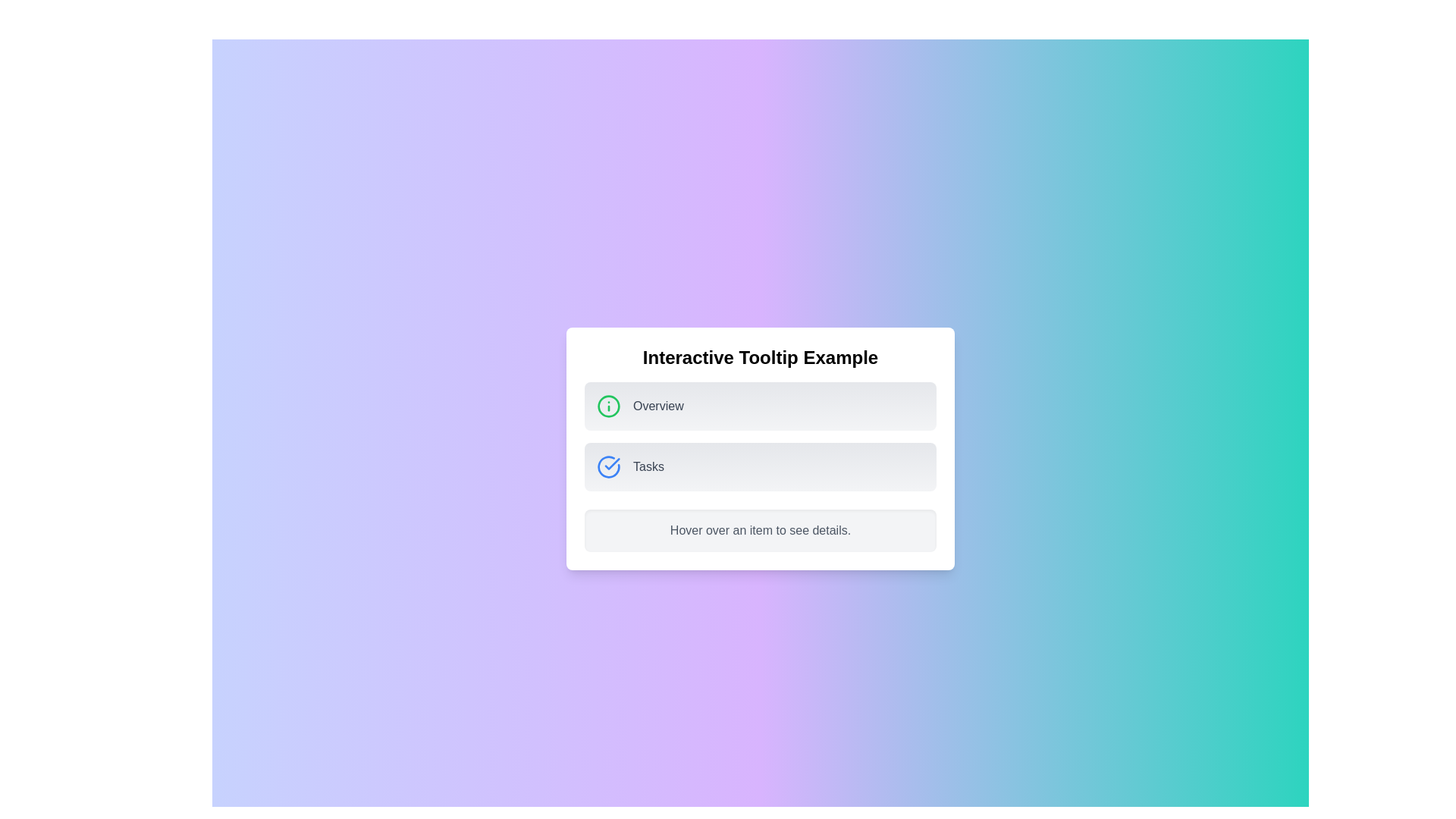  I want to click on the 'Overview' text label, which is styled in gray and positioned to the right of a green circular icon with an information symbol, so click(658, 406).